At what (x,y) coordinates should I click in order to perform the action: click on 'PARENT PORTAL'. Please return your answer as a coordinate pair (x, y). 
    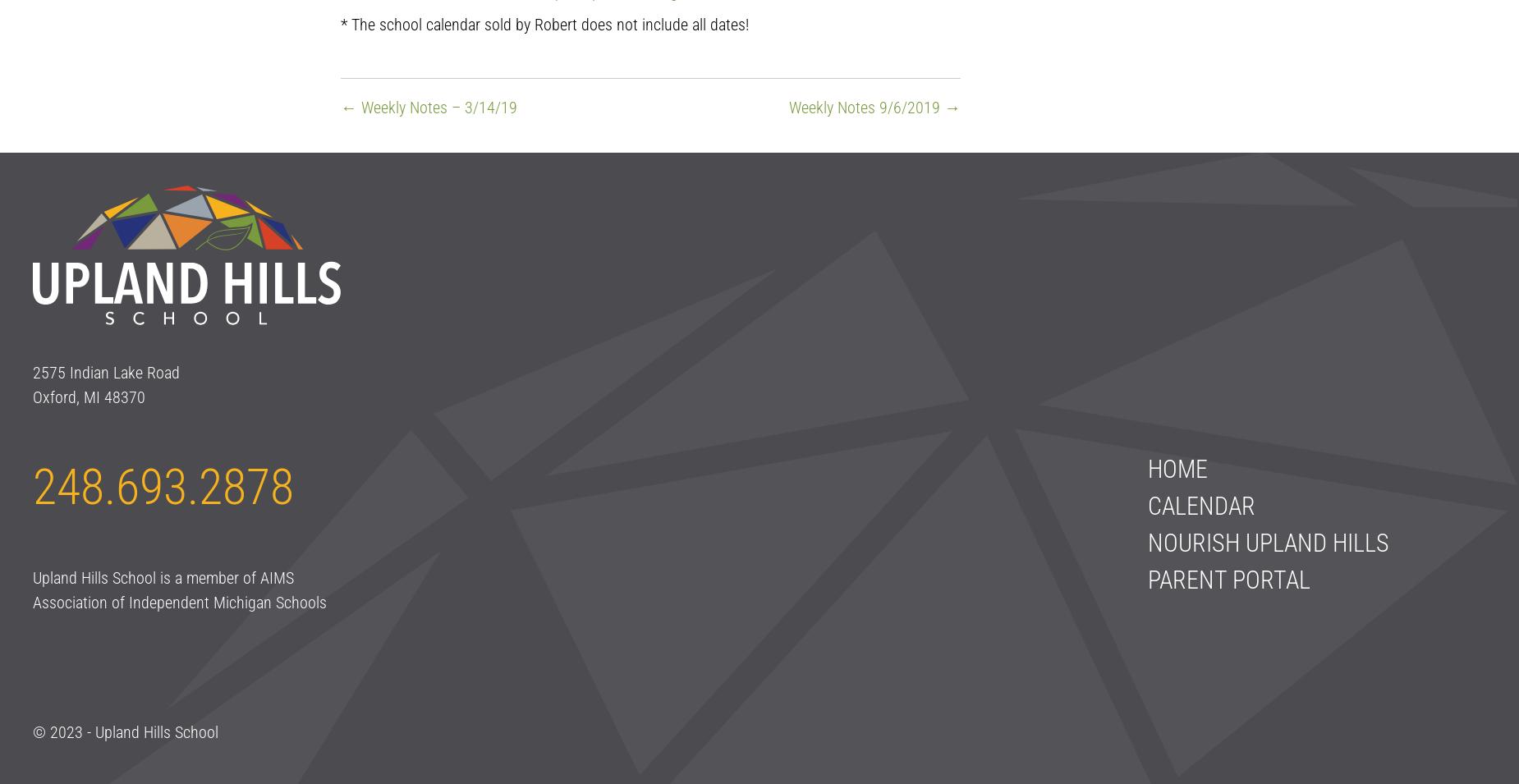
    Looking at the image, I should click on (1146, 579).